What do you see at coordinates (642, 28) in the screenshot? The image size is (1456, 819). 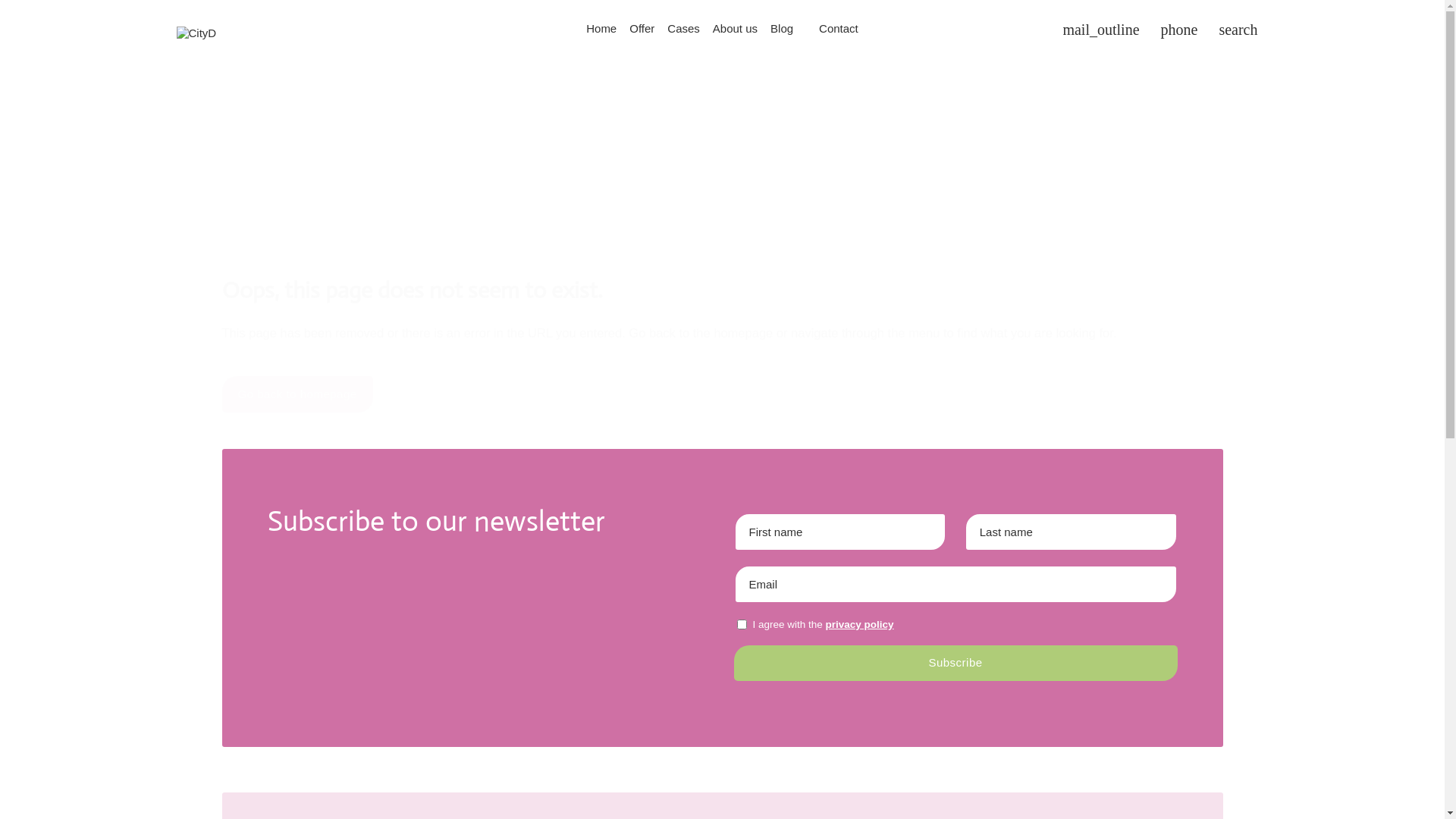 I see `'Offer'` at bounding box center [642, 28].